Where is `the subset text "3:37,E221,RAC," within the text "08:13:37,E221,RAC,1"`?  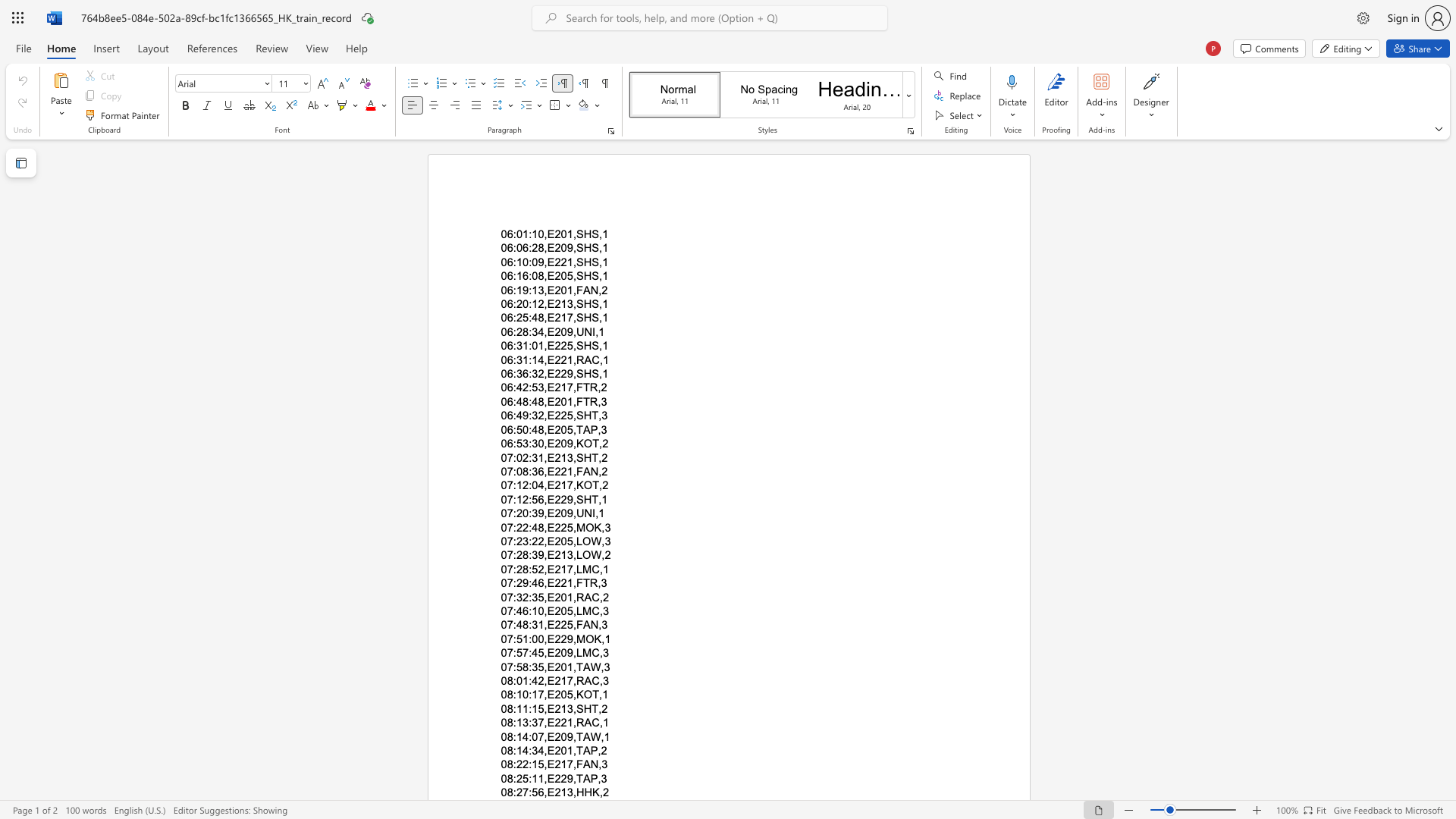 the subset text "3:37,E221,RAC," within the text "08:13:37,E221,RAC,1" is located at coordinates (522, 722).